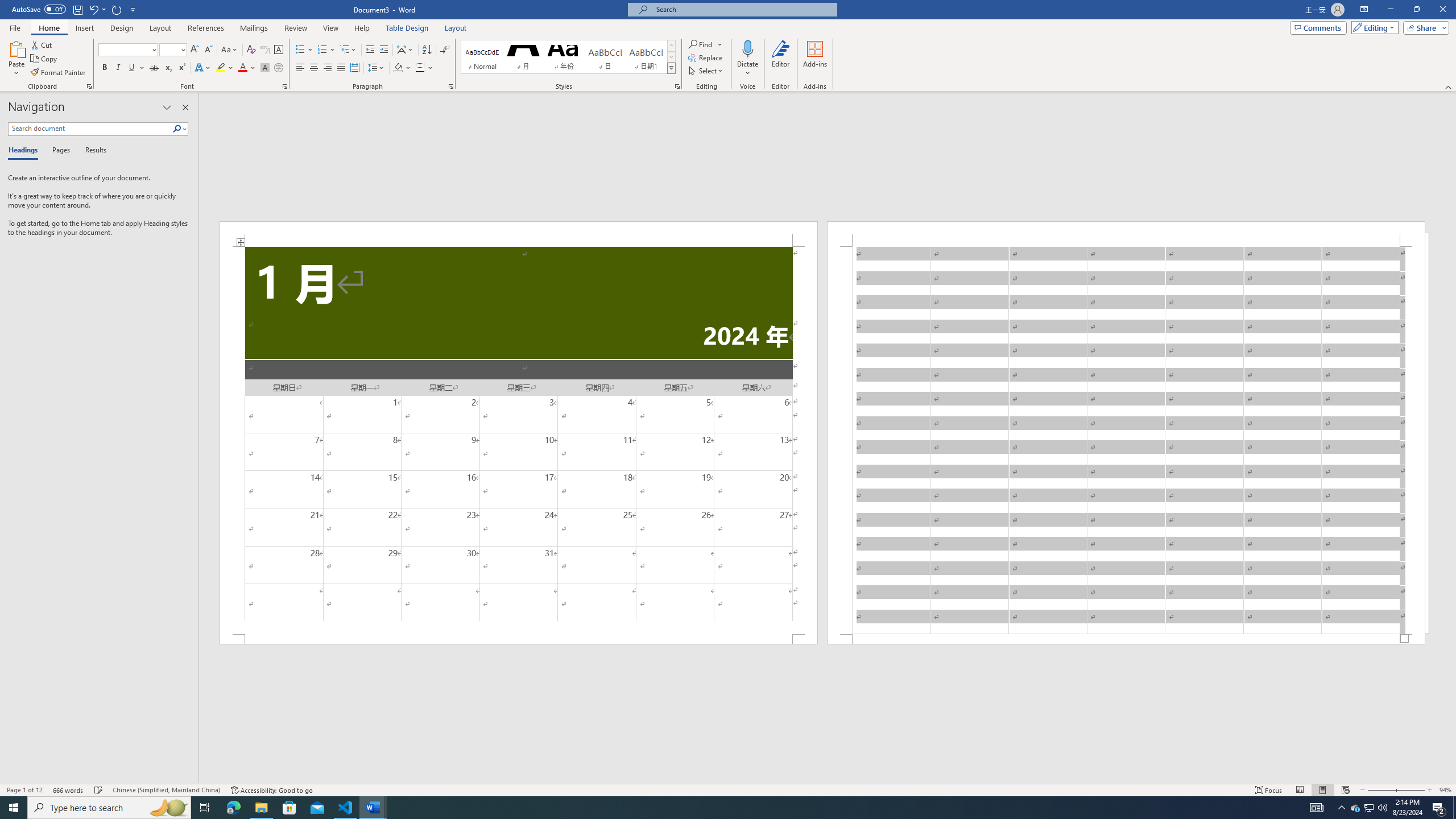 The height and width of the screenshot is (819, 1456). Describe the element at coordinates (1389, 9) in the screenshot. I see `'Minimize'` at that location.